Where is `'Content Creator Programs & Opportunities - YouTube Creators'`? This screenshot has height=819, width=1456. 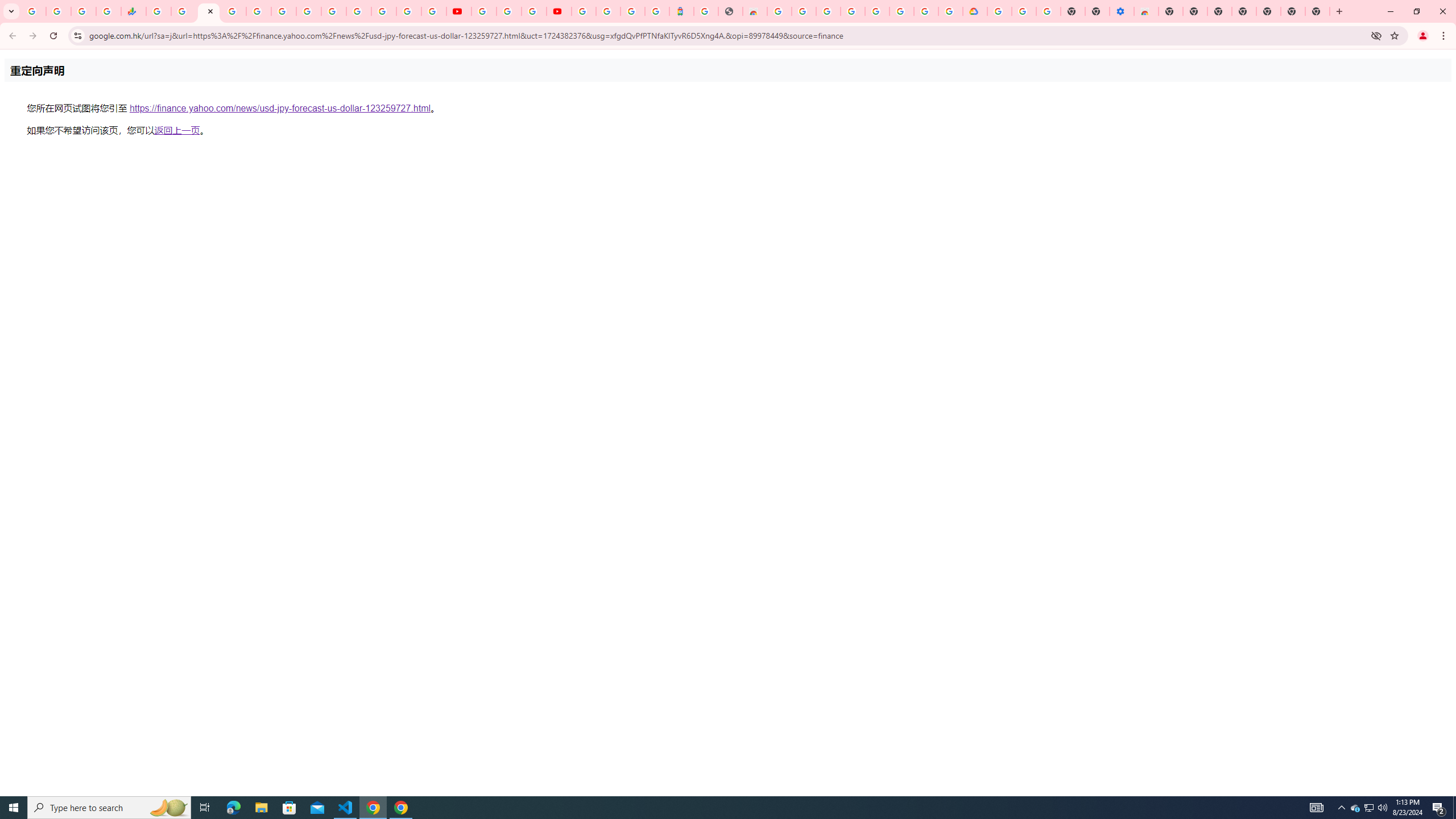 'Content Creator Programs & Opportunities - YouTube Creators' is located at coordinates (559, 11).